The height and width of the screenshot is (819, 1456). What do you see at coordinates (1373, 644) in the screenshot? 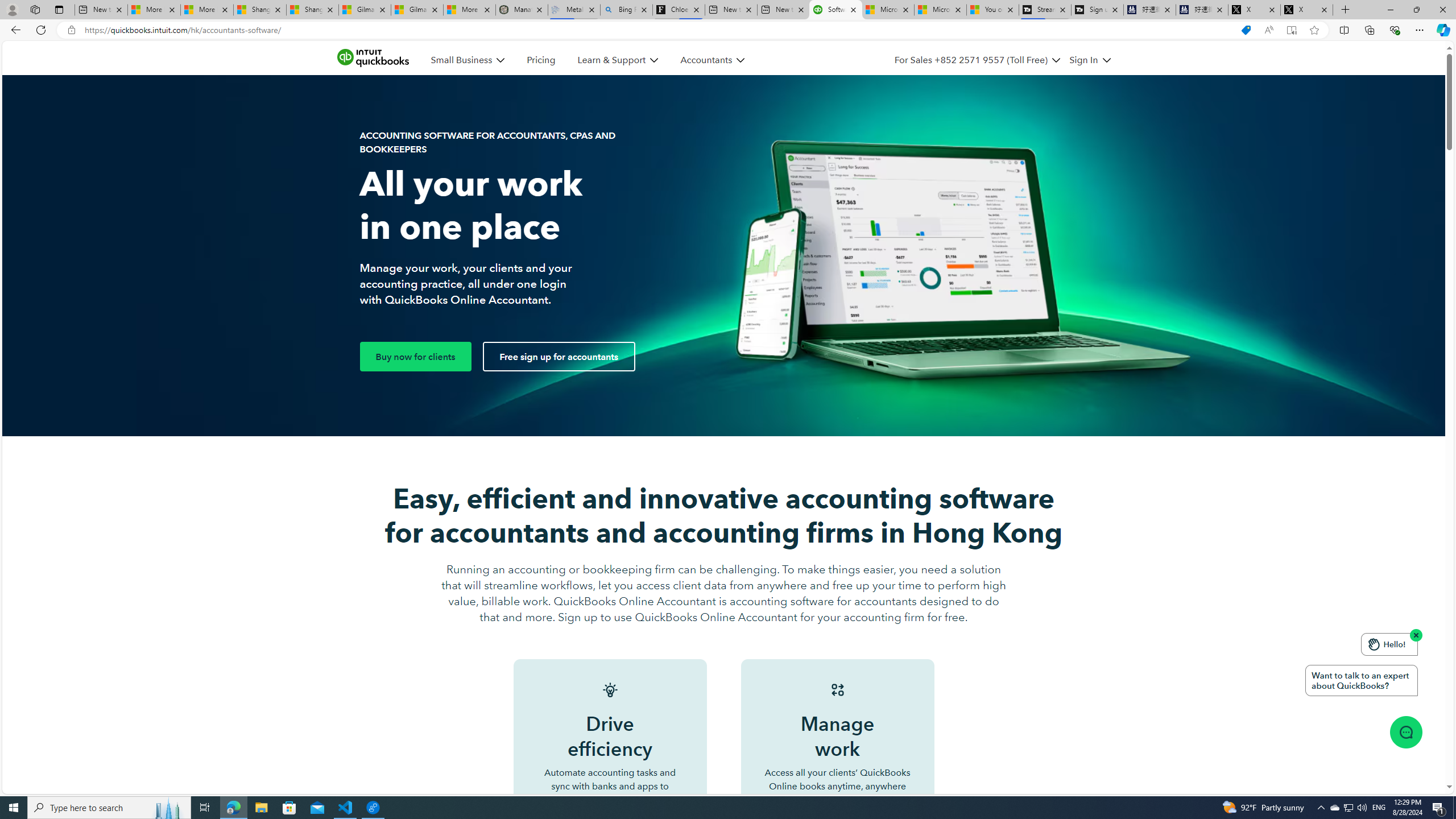
I see `'hand-icon'` at bounding box center [1373, 644].